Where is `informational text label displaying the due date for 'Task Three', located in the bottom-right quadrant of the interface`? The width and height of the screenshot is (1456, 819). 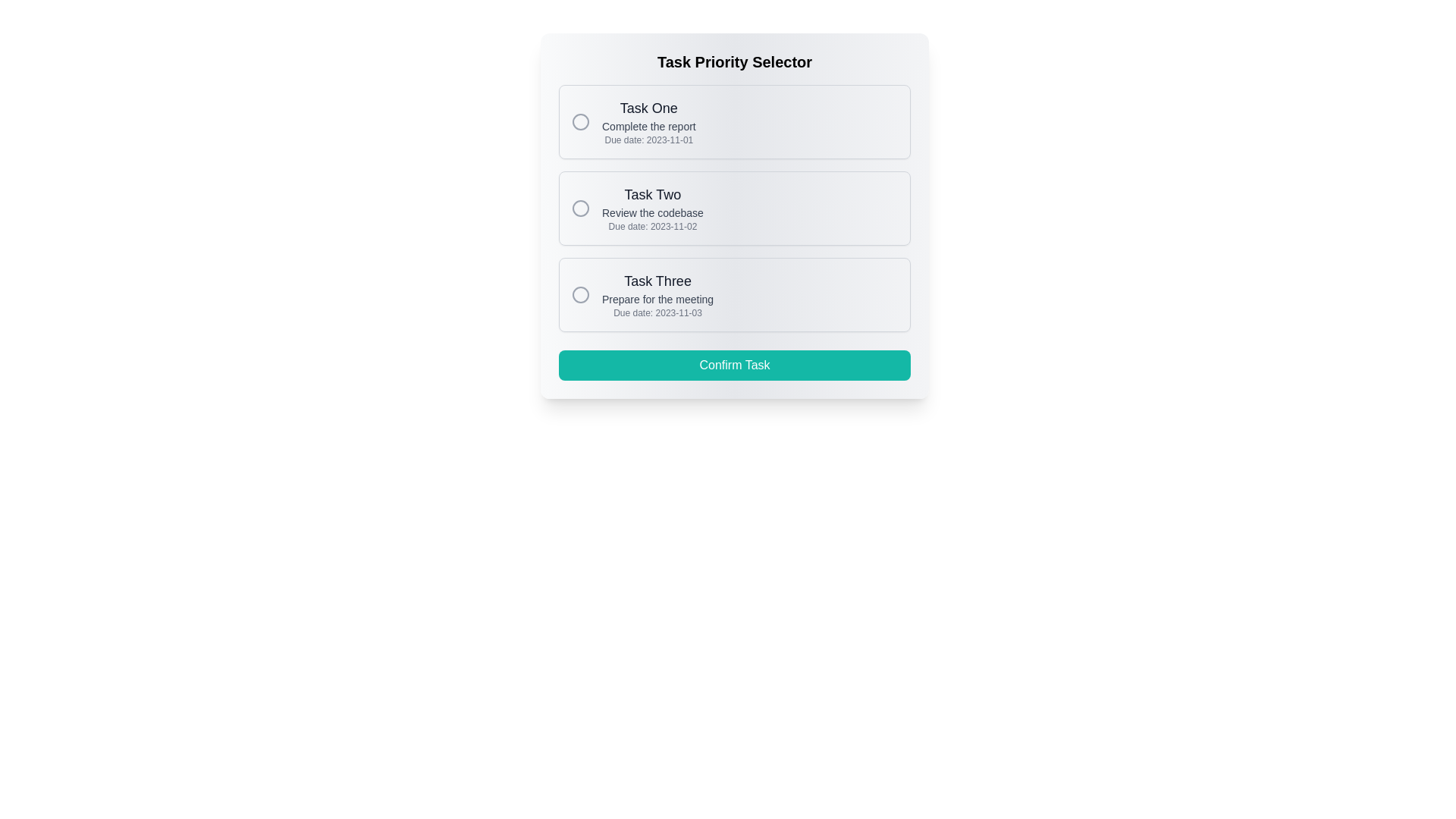 informational text label displaying the due date for 'Task Three', located in the bottom-right quadrant of the interface is located at coordinates (657, 312).